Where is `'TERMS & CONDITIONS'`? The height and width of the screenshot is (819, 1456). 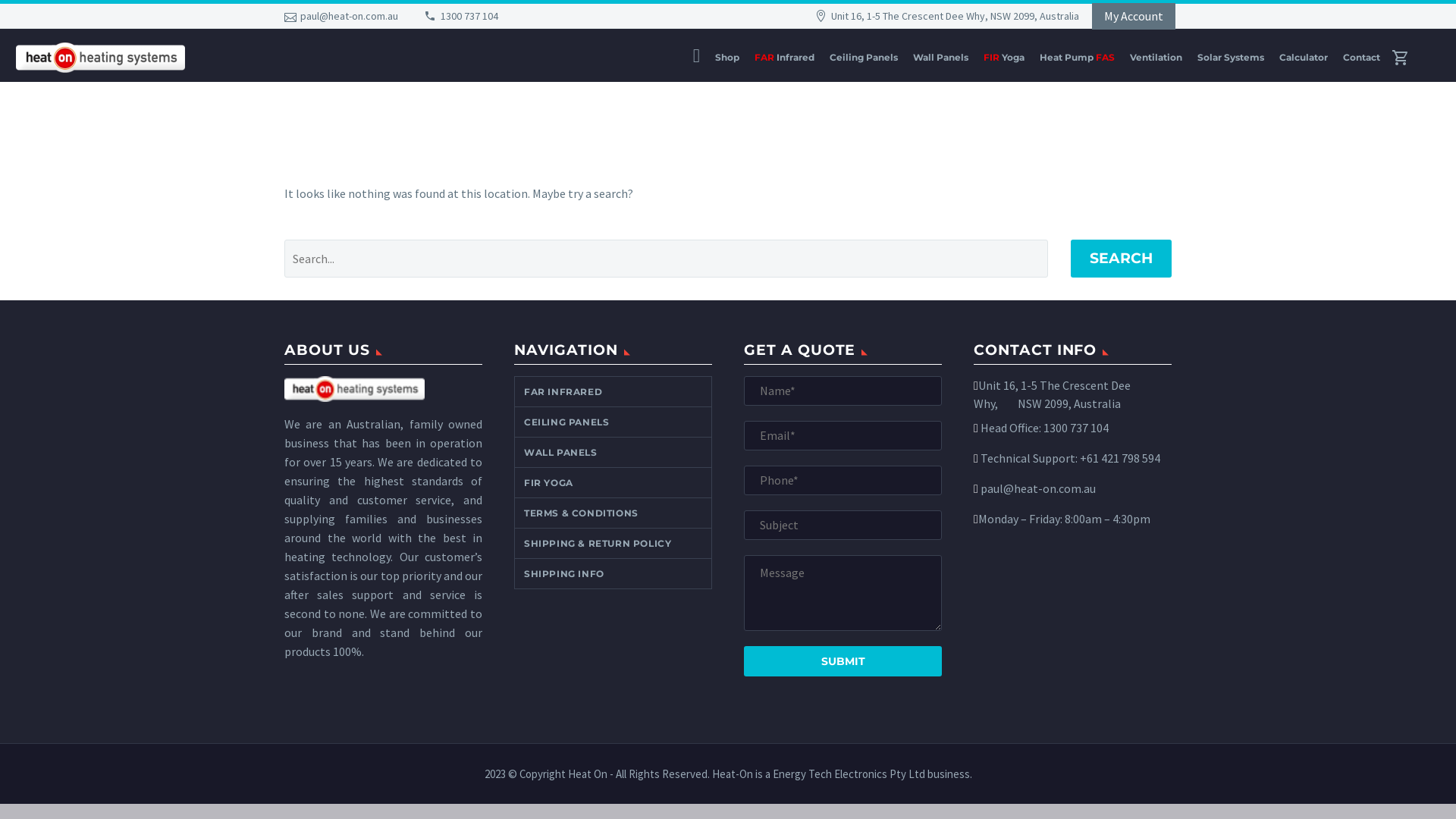 'TERMS & CONDITIONS' is located at coordinates (514, 512).